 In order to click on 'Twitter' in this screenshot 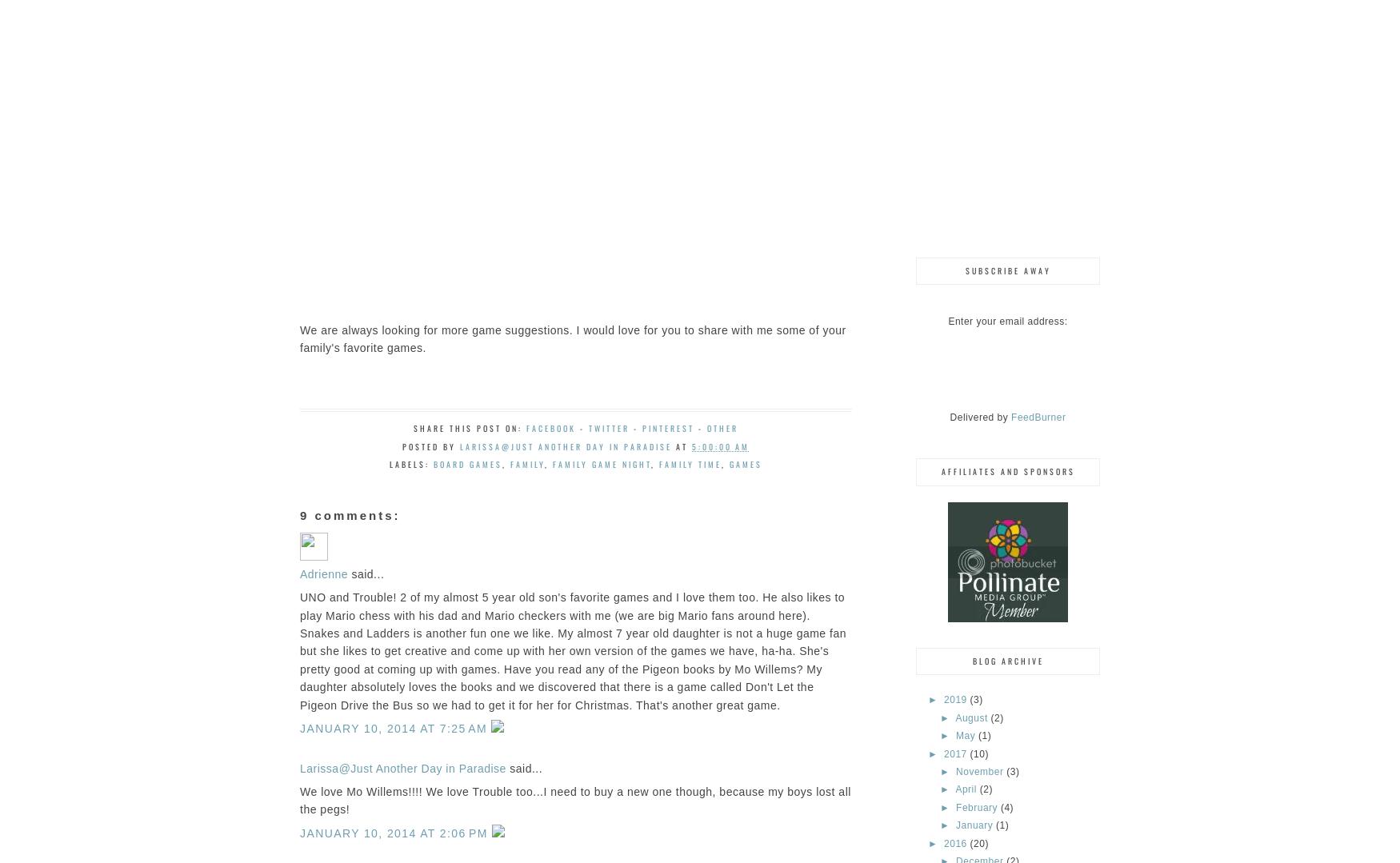, I will do `click(608, 428)`.